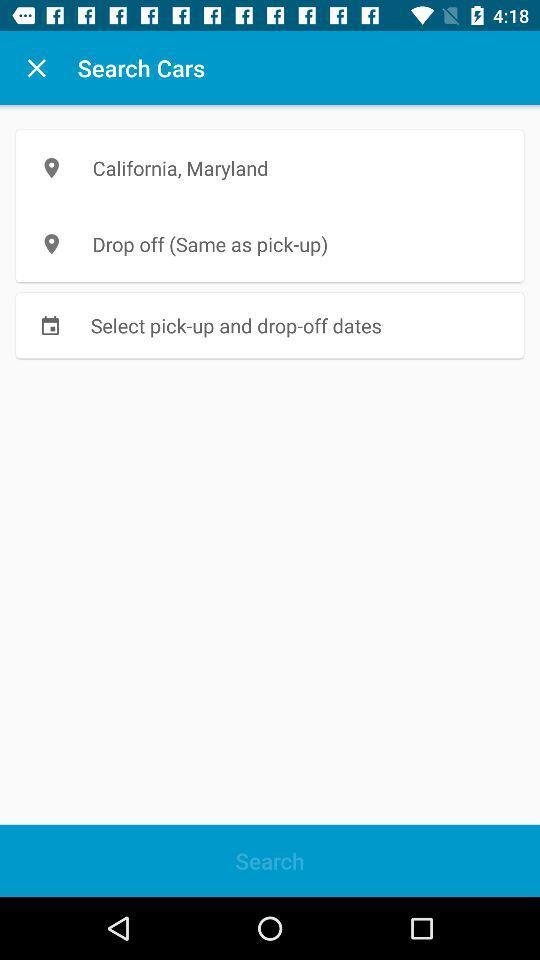 The width and height of the screenshot is (540, 960). Describe the element at coordinates (270, 167) in the screenshot. I see `icon above the drop off same` at that location.